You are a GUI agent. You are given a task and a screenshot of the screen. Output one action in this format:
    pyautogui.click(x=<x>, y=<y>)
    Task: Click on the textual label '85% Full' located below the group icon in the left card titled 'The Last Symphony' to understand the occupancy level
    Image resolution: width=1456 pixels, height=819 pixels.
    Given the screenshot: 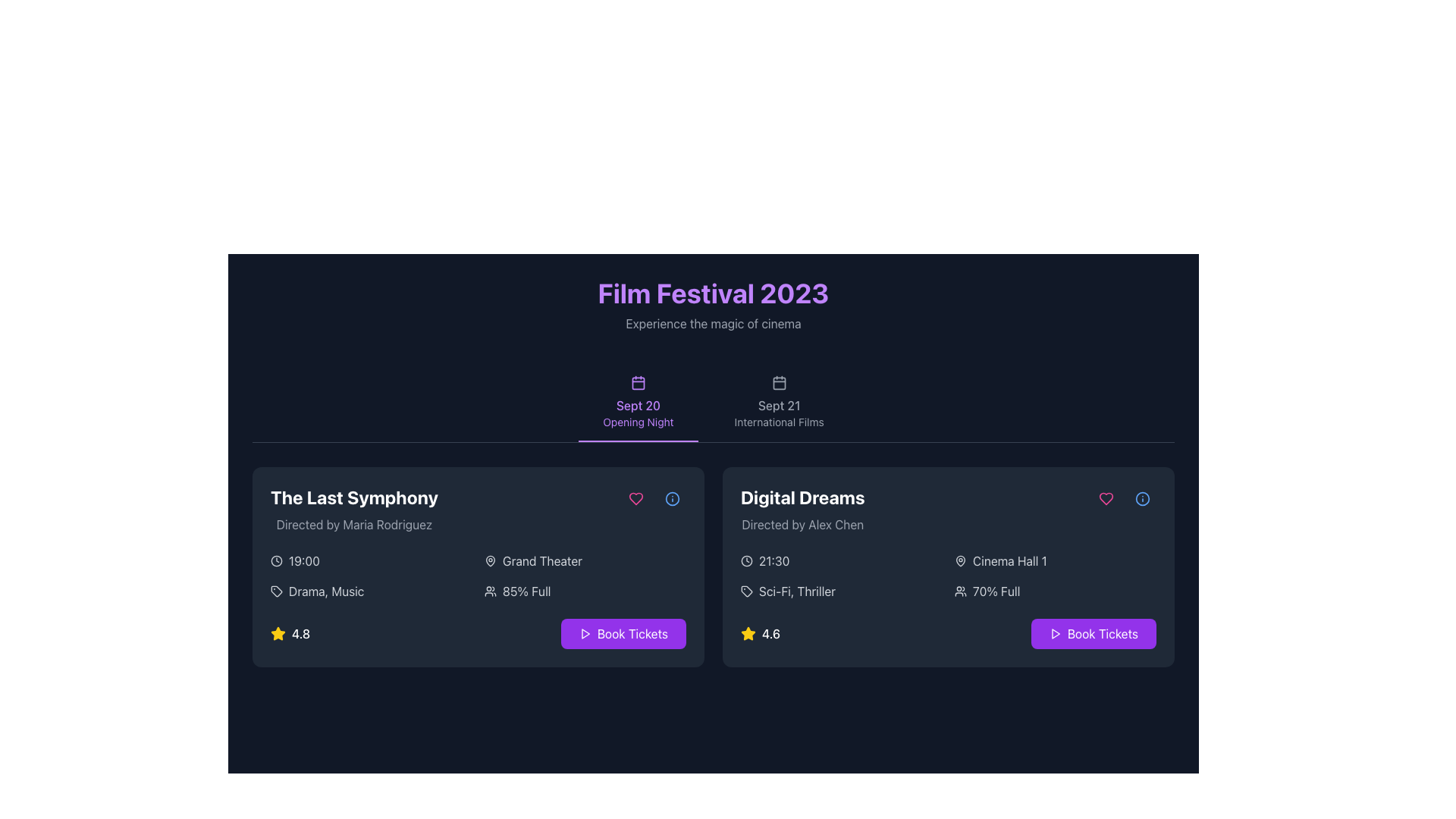 What is the action you would take?
    pyautogui.click(x=526, y=590)
    